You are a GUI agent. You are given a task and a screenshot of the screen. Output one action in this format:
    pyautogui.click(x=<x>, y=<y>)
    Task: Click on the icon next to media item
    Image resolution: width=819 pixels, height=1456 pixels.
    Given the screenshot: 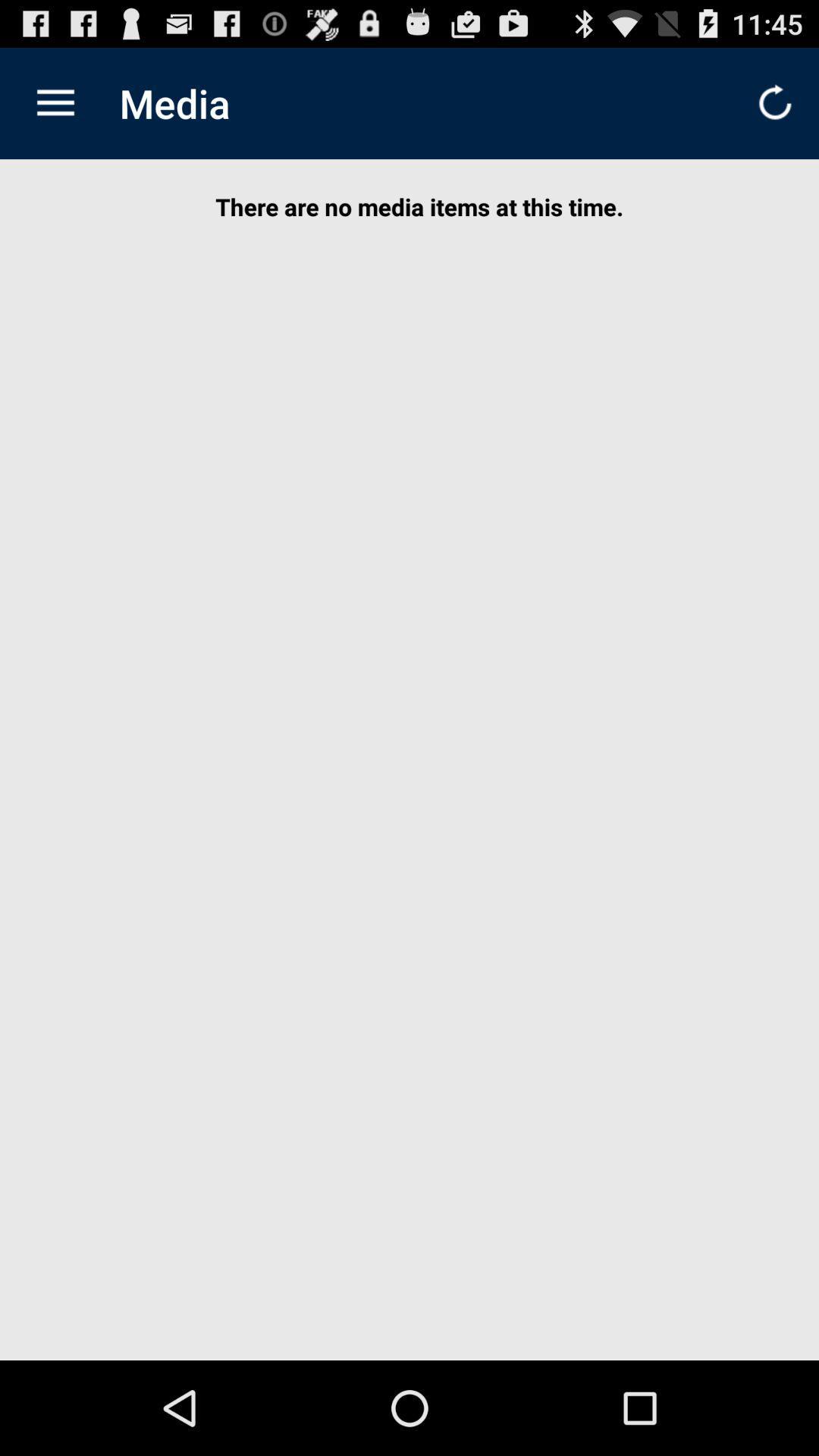 What is the action you would take?
    pyautogui.click(x=55, y=102)
    